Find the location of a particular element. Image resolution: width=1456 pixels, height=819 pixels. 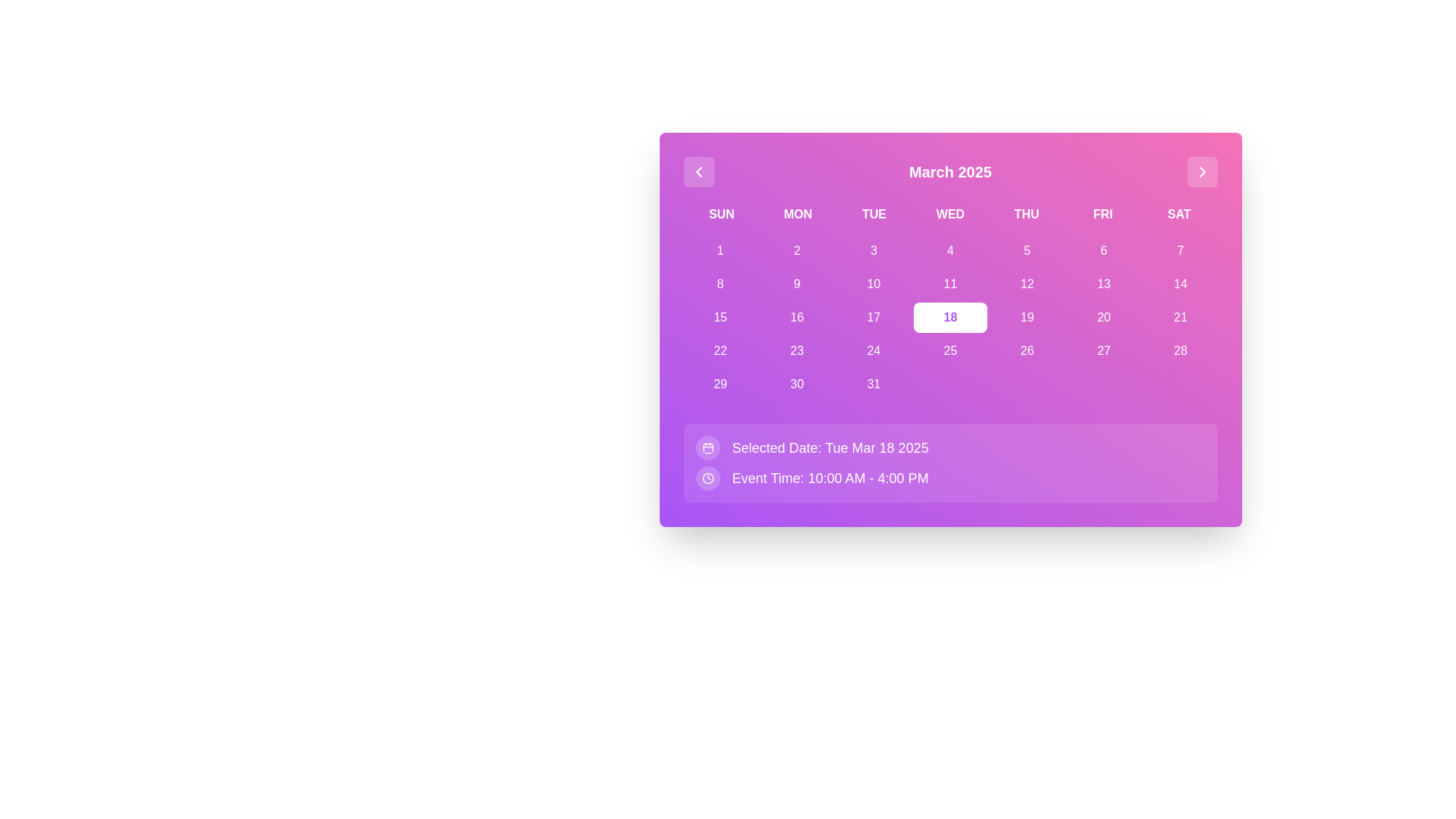

the button displaying '25' in the fifth row and fifth column of the calendar grid is located at coordinates (949, 350).